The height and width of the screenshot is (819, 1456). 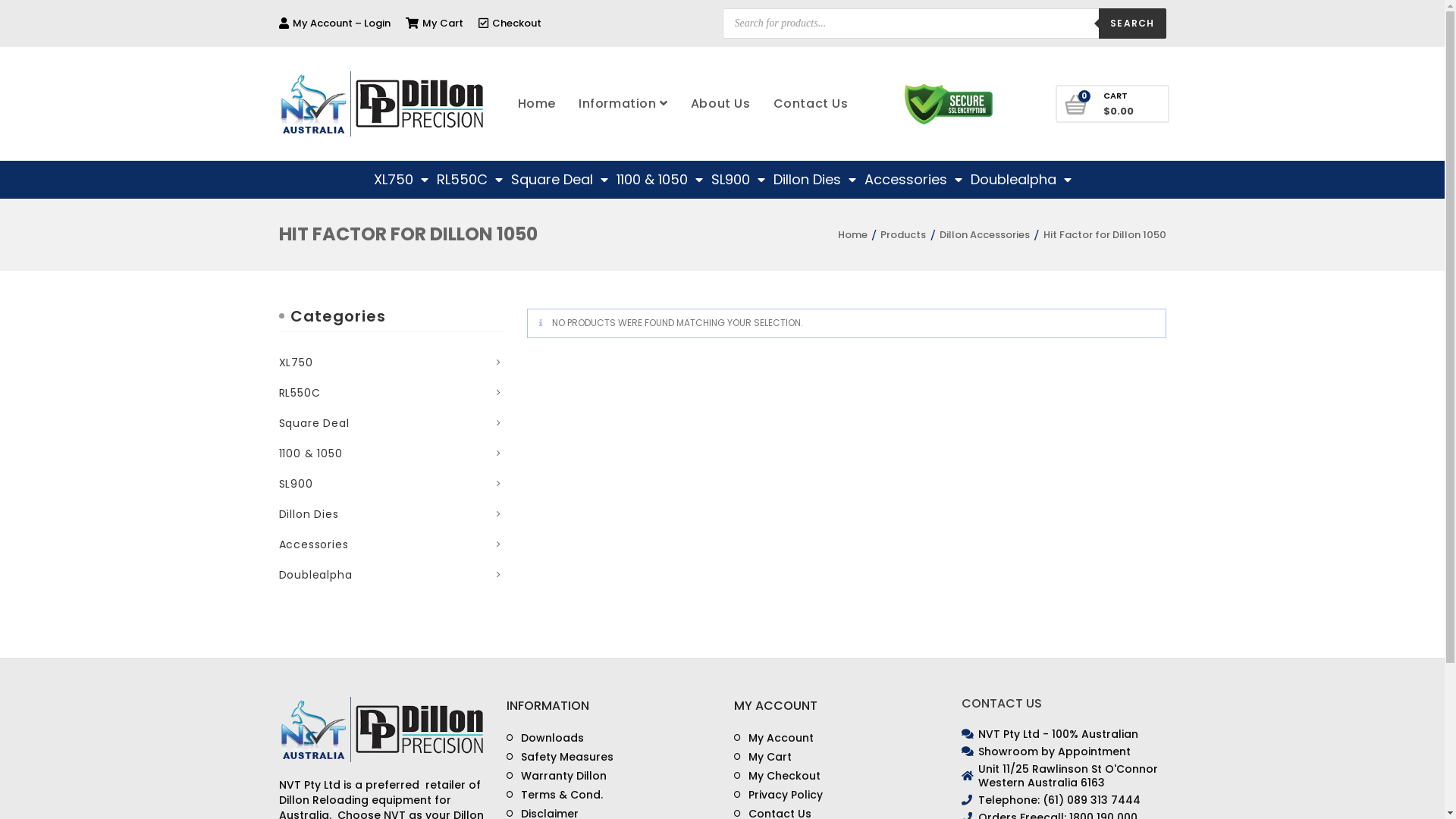 What do you see at coordinates (506, 776) in the screenshot?
I see `'Warranty Dillon'` at bounding box center [506, 776].